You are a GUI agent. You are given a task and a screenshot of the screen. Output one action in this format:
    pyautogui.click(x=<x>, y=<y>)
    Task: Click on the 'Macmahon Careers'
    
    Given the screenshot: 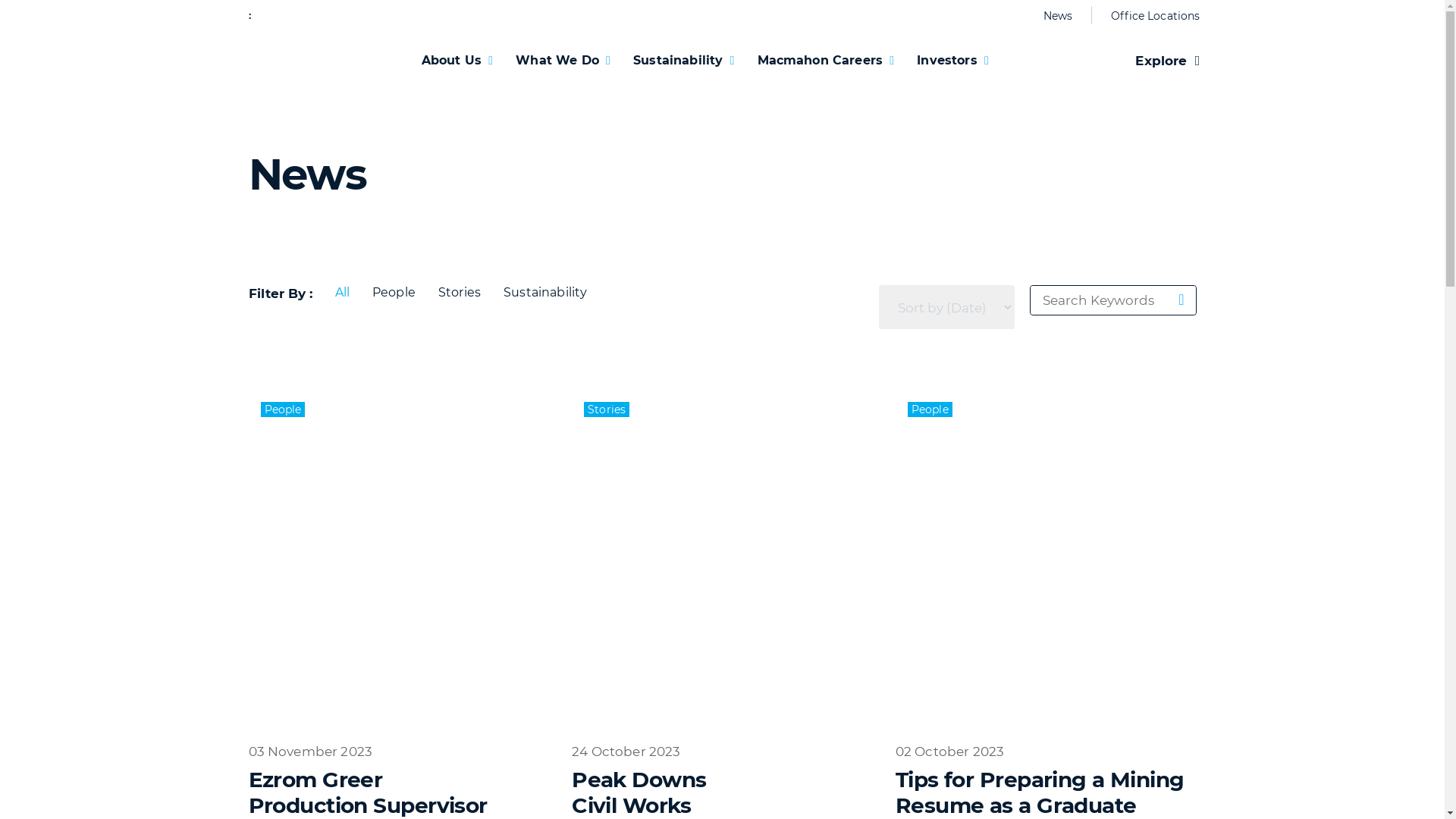 What is the action you would take?
    pyautogui.click(x=825, y=59)
    